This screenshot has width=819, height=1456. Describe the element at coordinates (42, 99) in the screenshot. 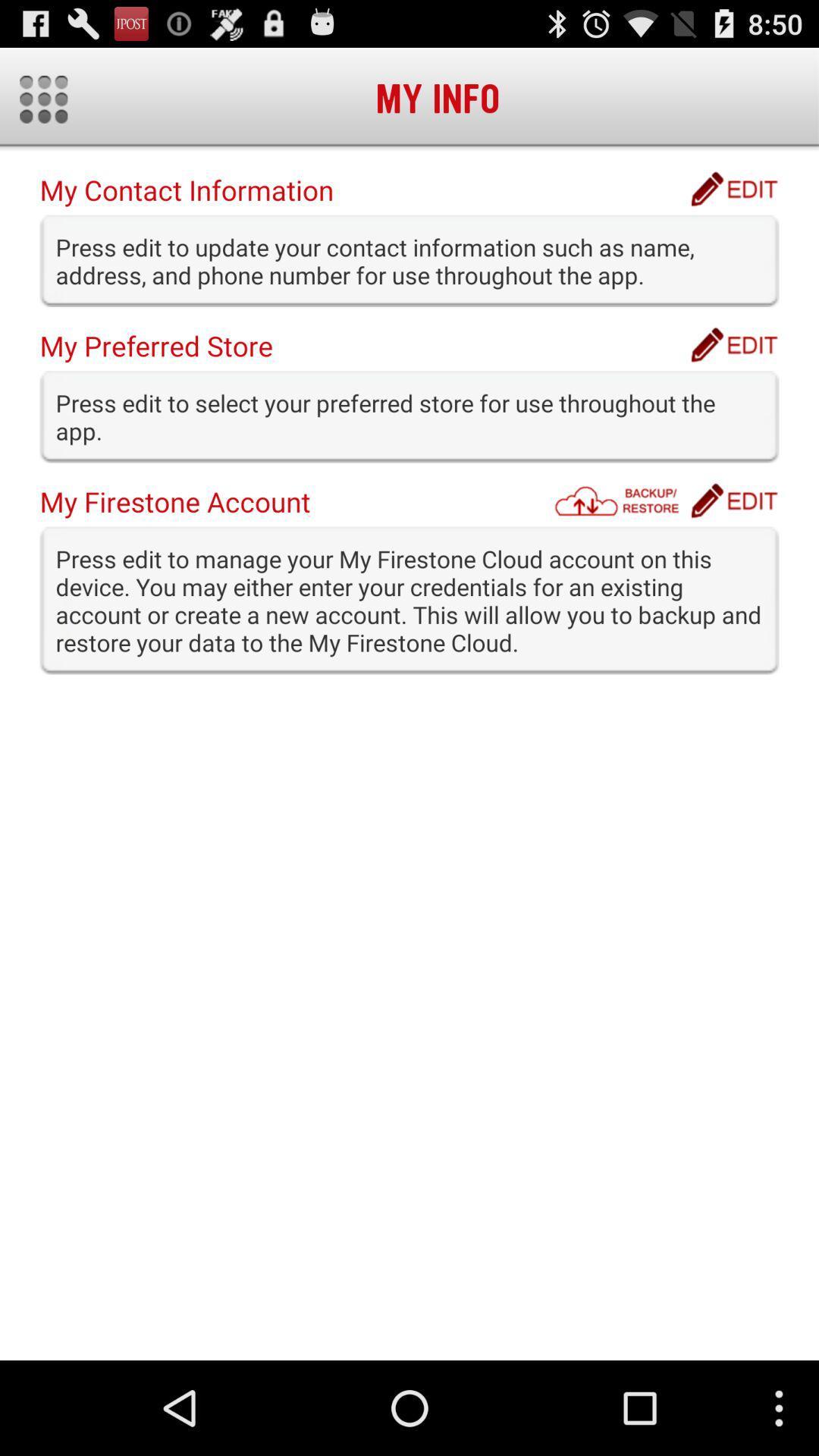

I see `icon at the top left corner` at that location.